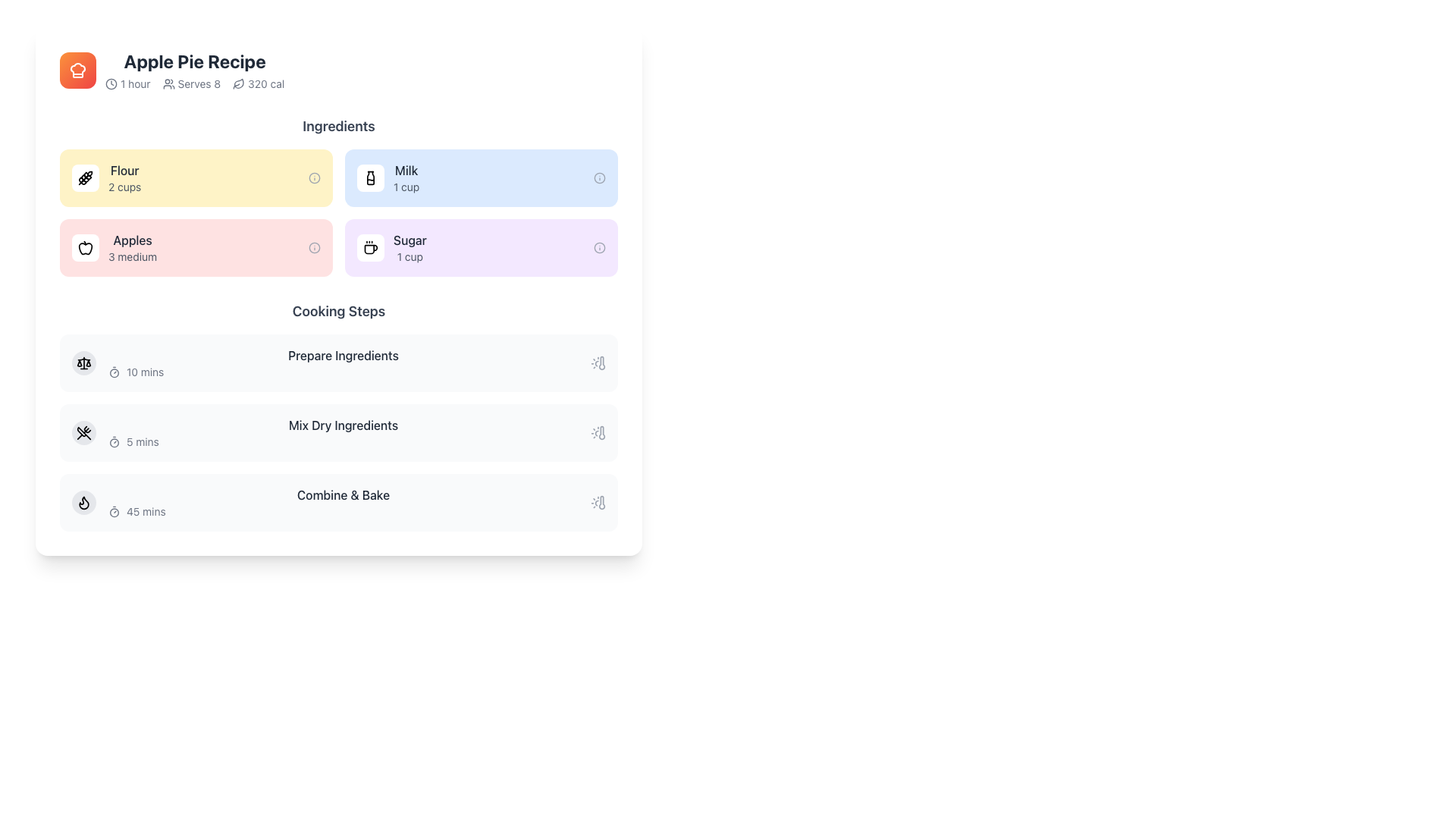 The width and height of the screenshot is (1456, 819). I want to click on the circular component of the SVG icon located at the far left of the '10 mins' label under the 'Prepare Ingredients' step in the 'Cooking Steps' section, so click(113, 373).